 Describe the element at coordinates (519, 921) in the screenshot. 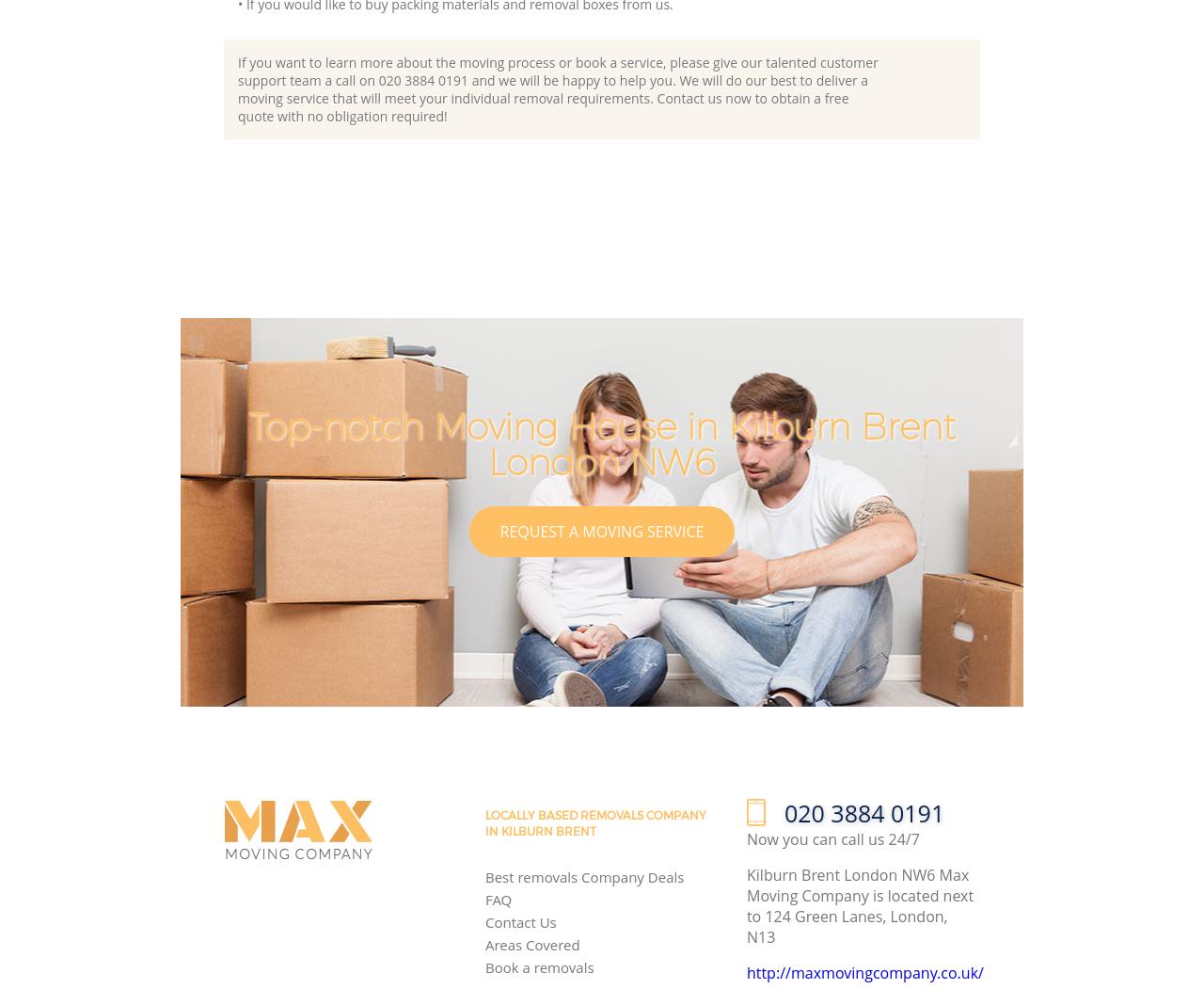

I see `'Contact Us'` at that location.